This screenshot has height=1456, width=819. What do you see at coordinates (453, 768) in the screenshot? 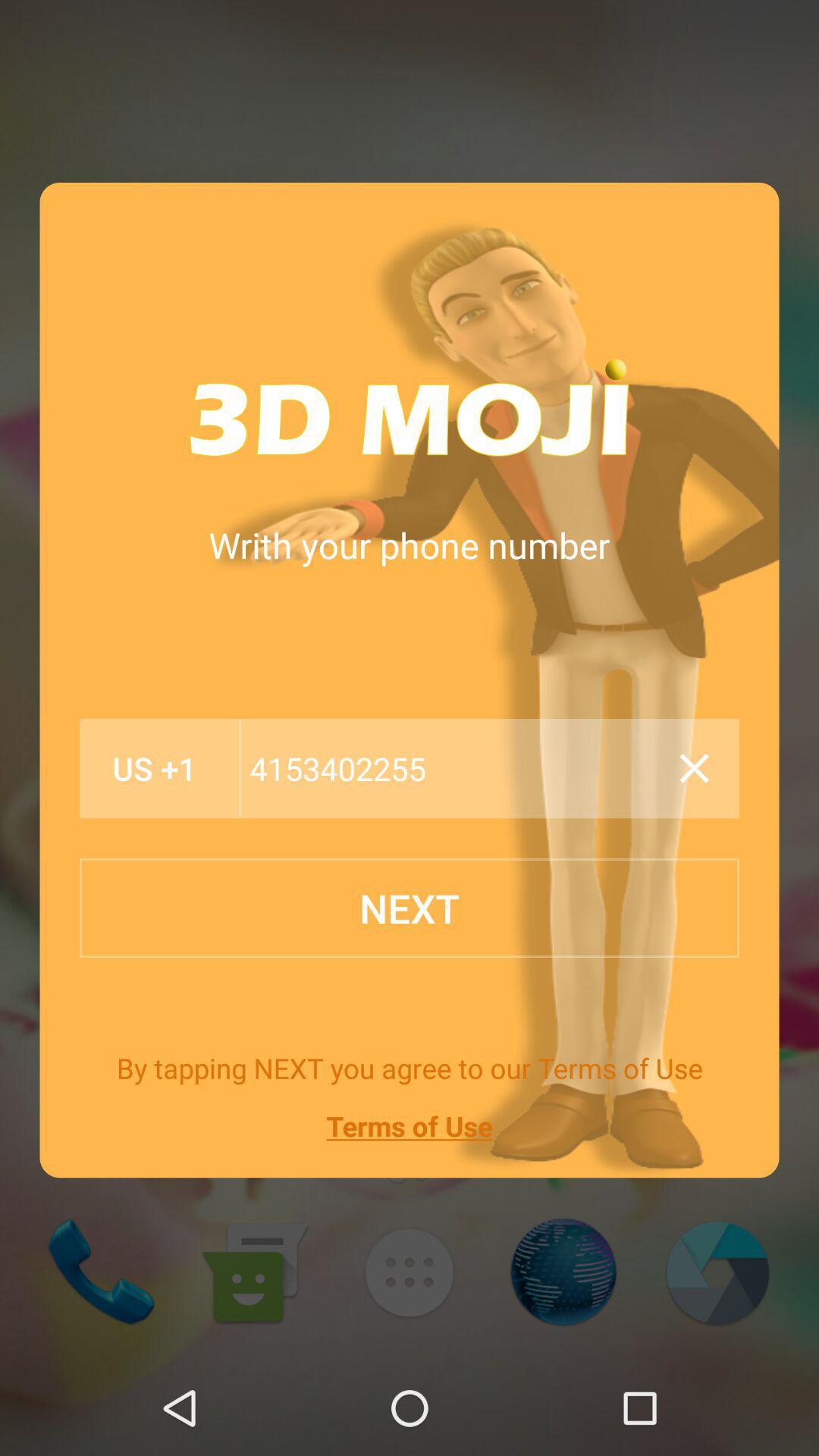
I see `4153402255 item` at bounding box center [453, 768].